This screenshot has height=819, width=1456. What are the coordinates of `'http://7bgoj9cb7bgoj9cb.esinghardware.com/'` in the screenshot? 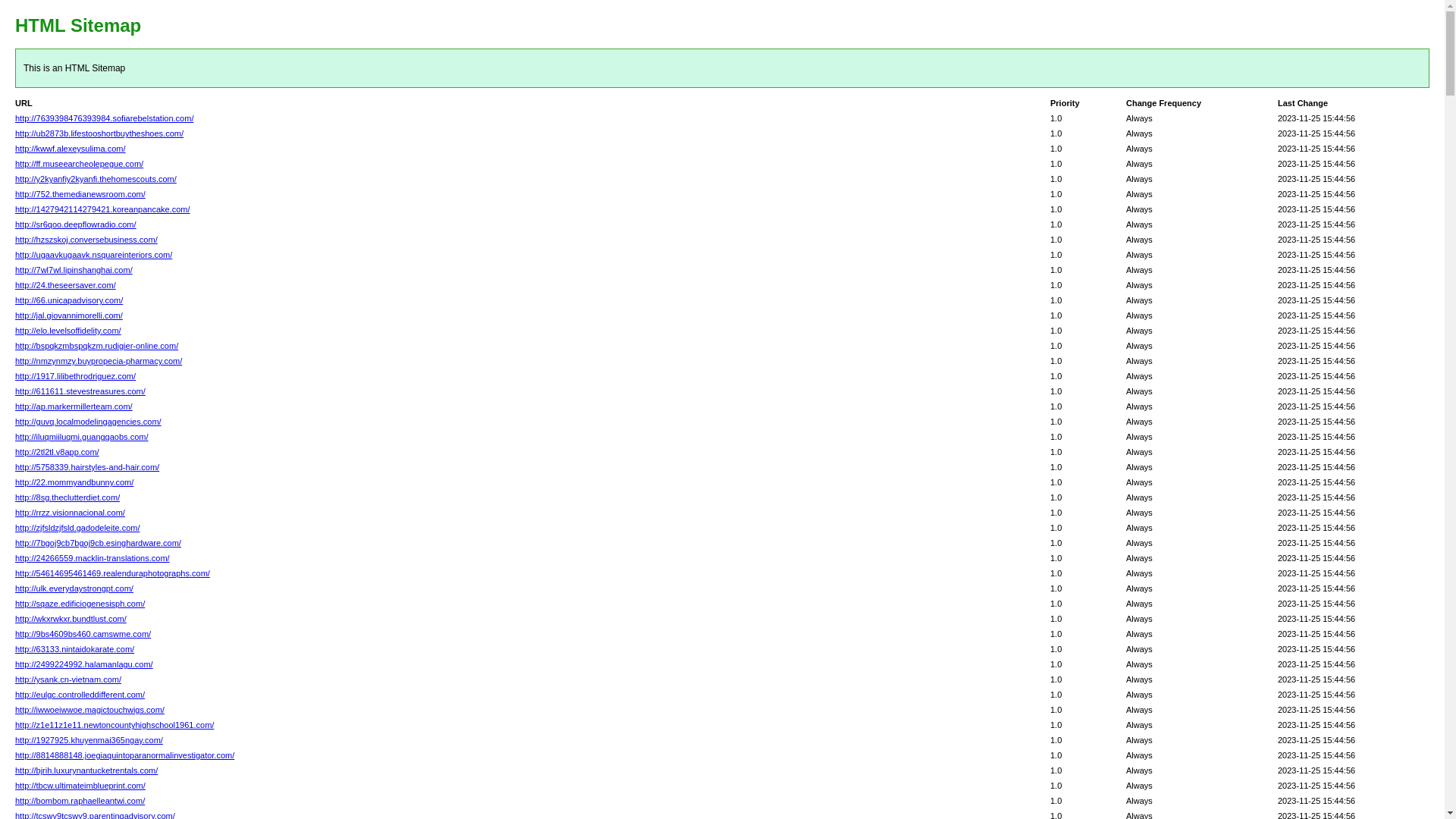 It's located at (97, 542).